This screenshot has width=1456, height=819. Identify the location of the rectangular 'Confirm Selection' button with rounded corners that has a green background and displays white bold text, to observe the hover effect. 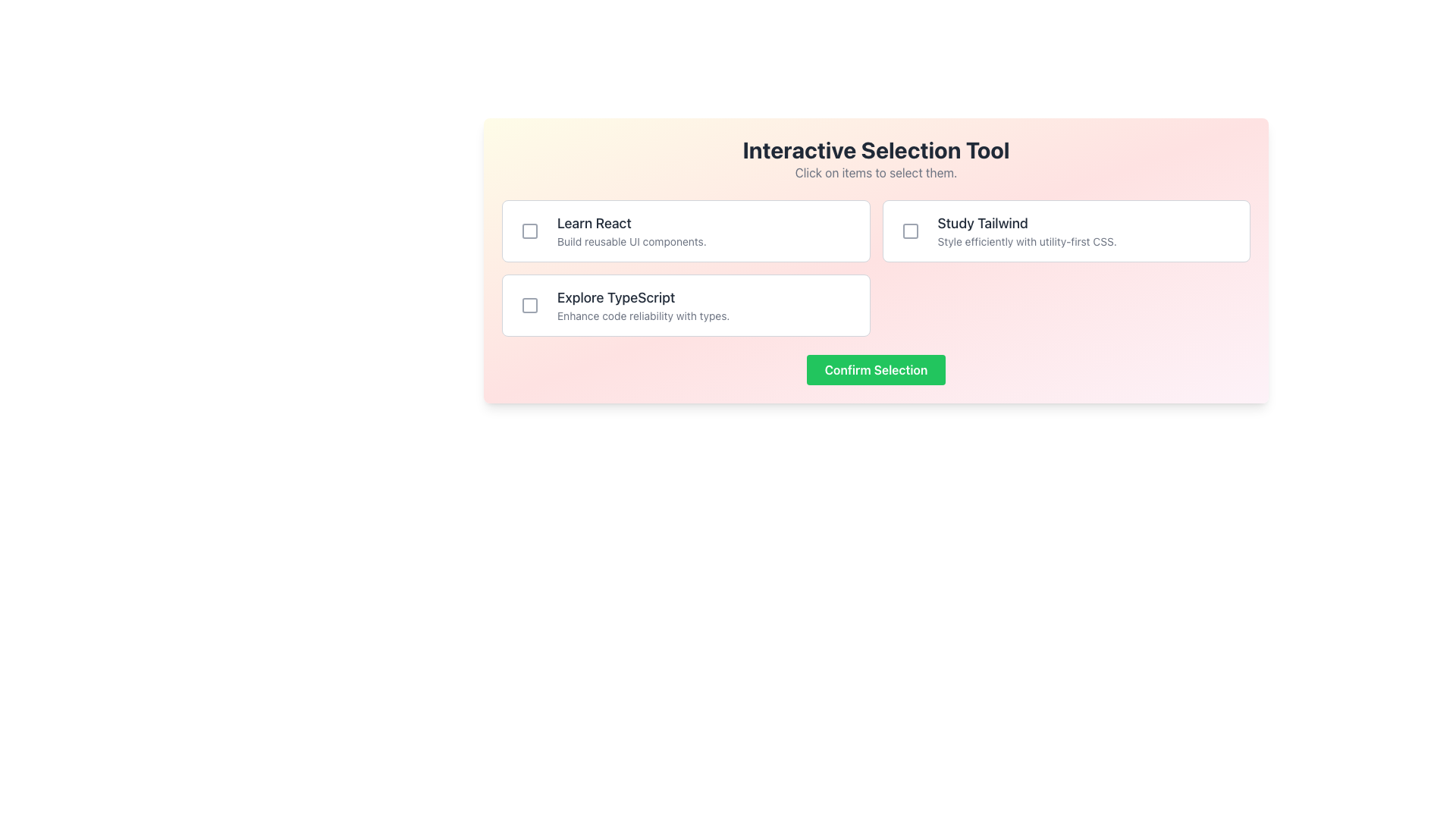
(876, 370).